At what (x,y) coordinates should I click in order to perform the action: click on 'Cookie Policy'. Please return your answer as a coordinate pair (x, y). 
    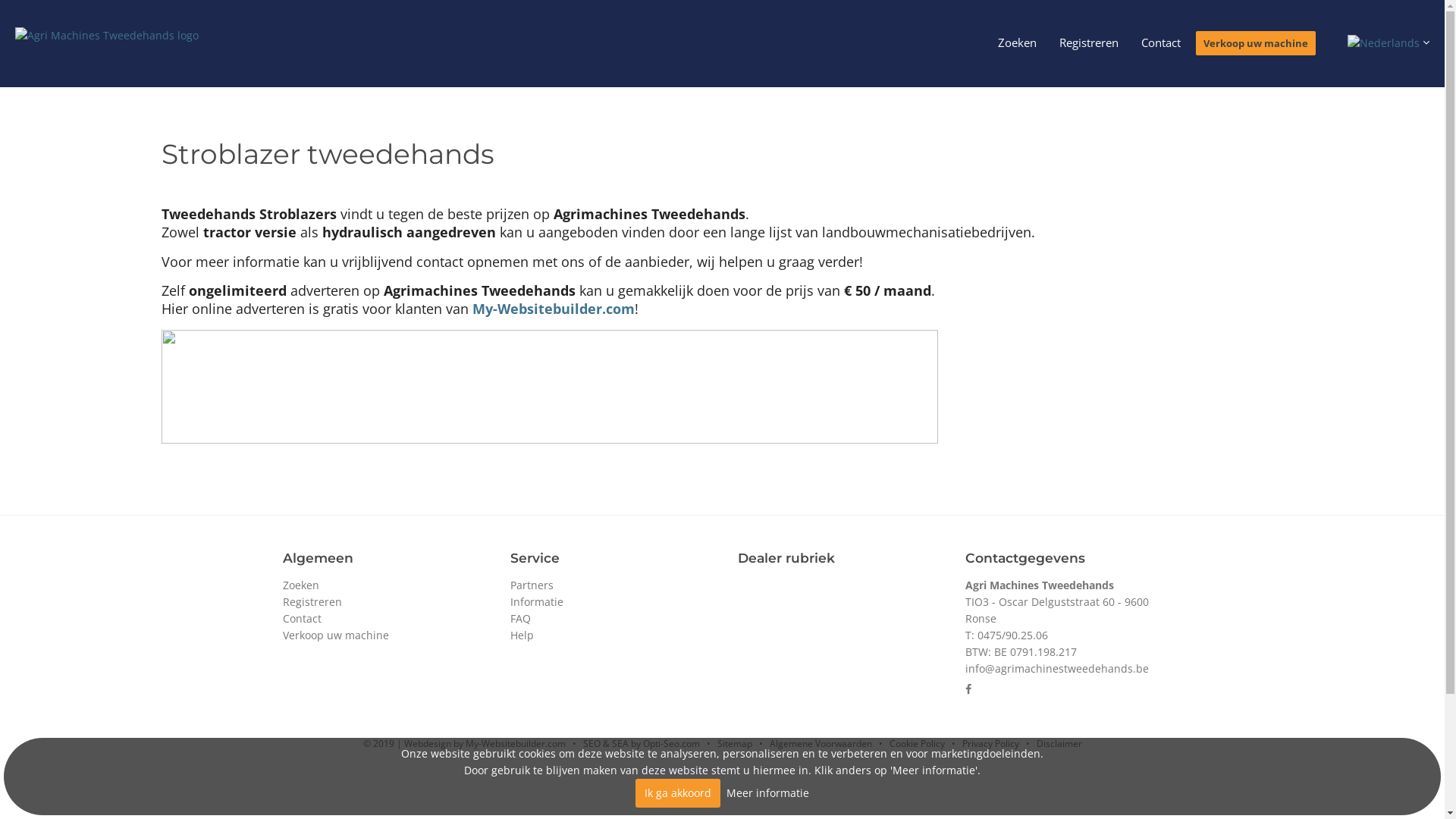
    Looking at the image, I should click on (915, 742).